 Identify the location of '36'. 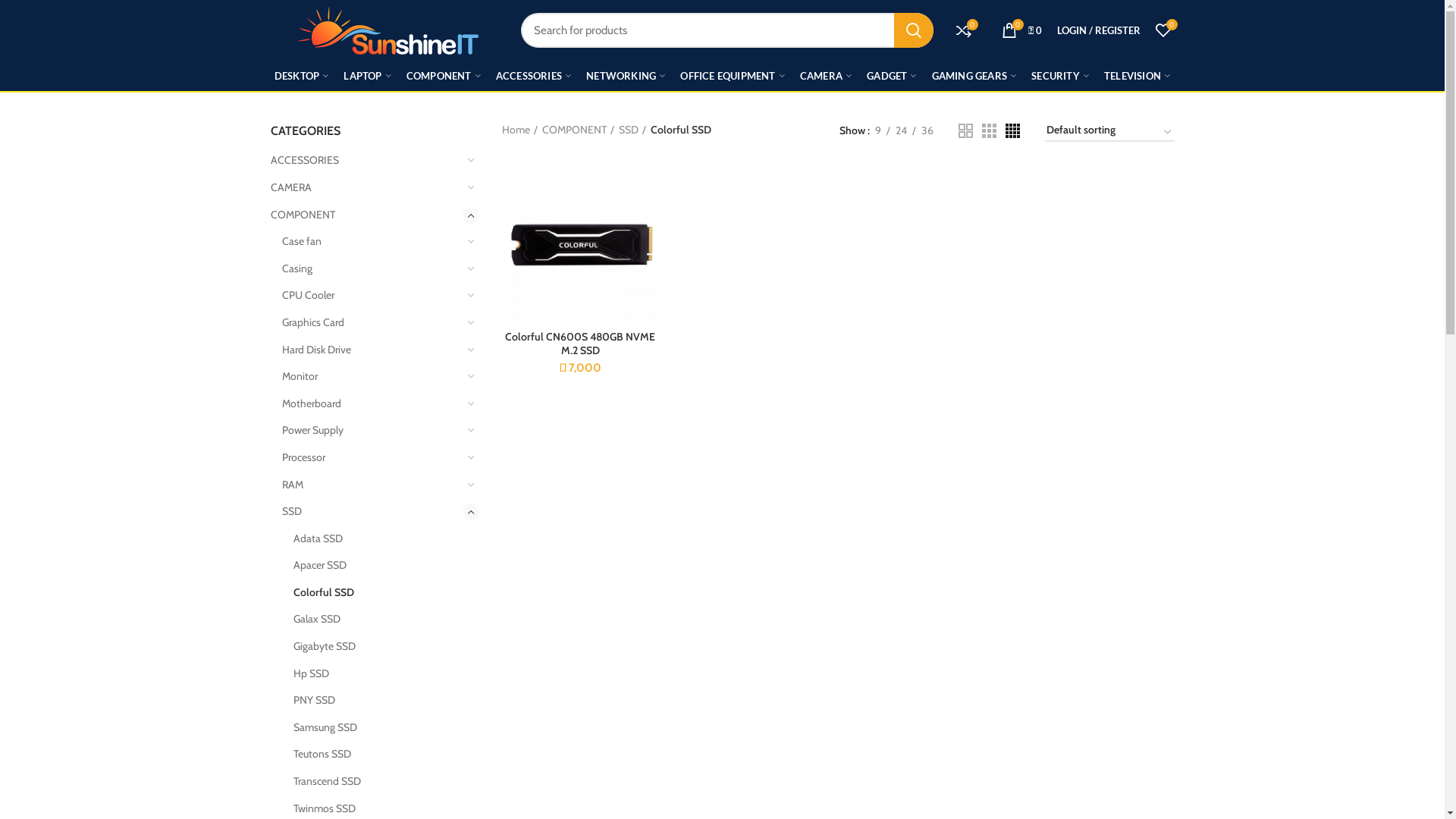
(927, 130).